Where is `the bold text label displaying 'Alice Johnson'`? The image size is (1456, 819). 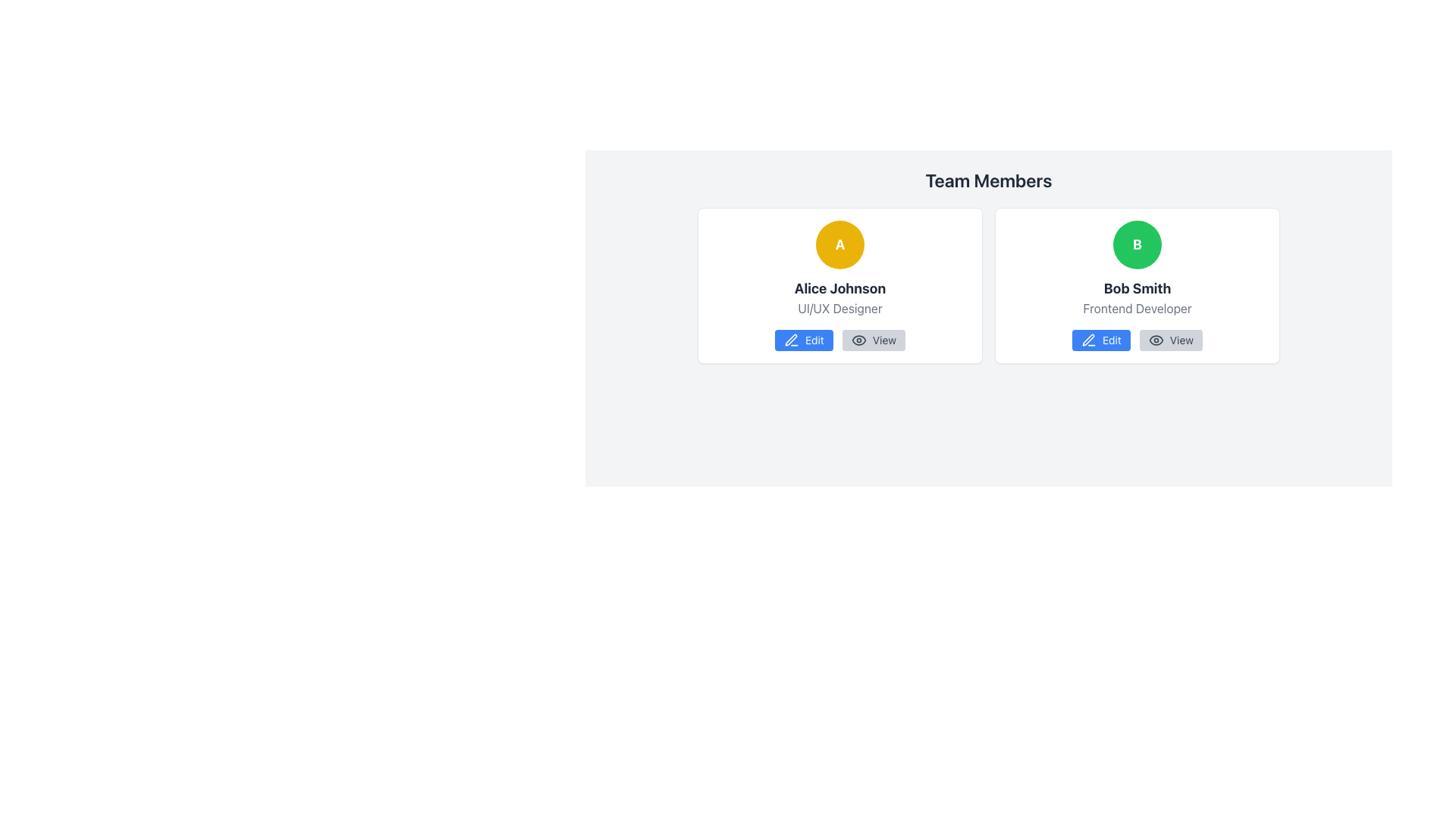 the bold text label displaying 'Alice Johnson' is located at coordinates (839, 289).